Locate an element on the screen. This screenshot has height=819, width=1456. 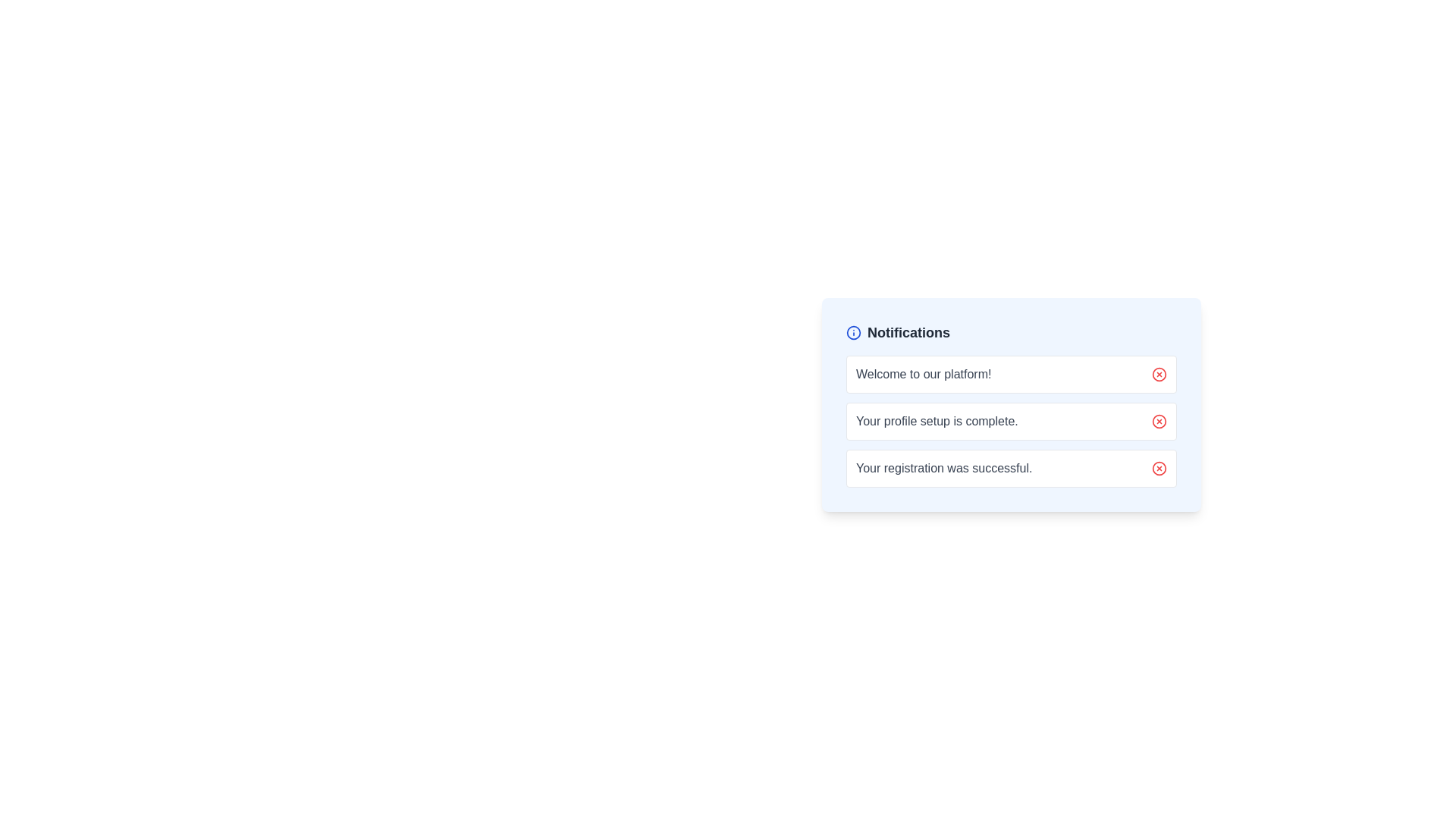
text label indicating progress and success related to the user's profile setup, which is located below the 'Welcome to our platform!' notification and above the 'Your registration was successful.' notification is located at coordinates (1012, 421).